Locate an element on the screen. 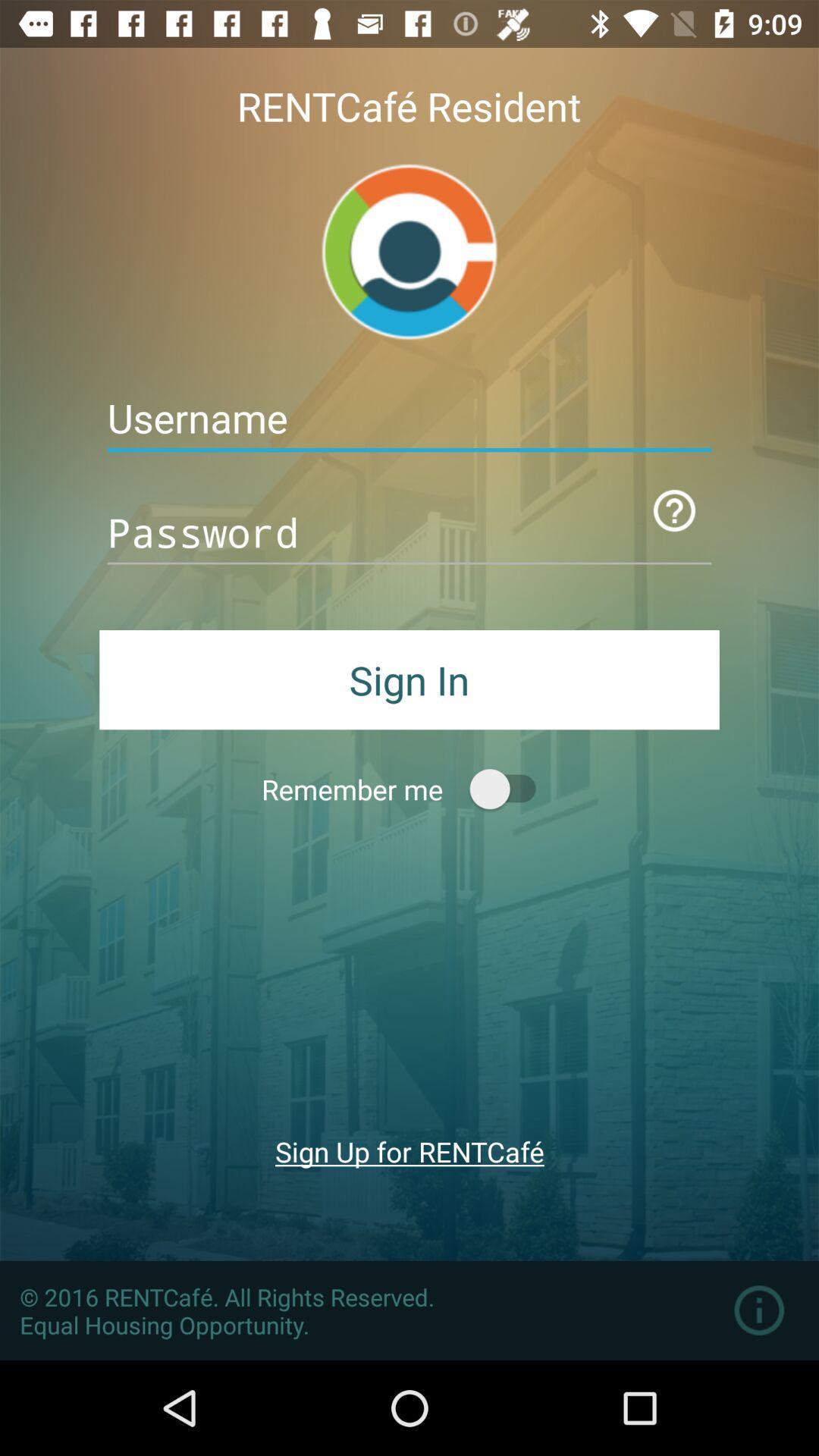 The height and width of the screenshot is (1456, 819). remember me selection is located at coordinates (510, 789).